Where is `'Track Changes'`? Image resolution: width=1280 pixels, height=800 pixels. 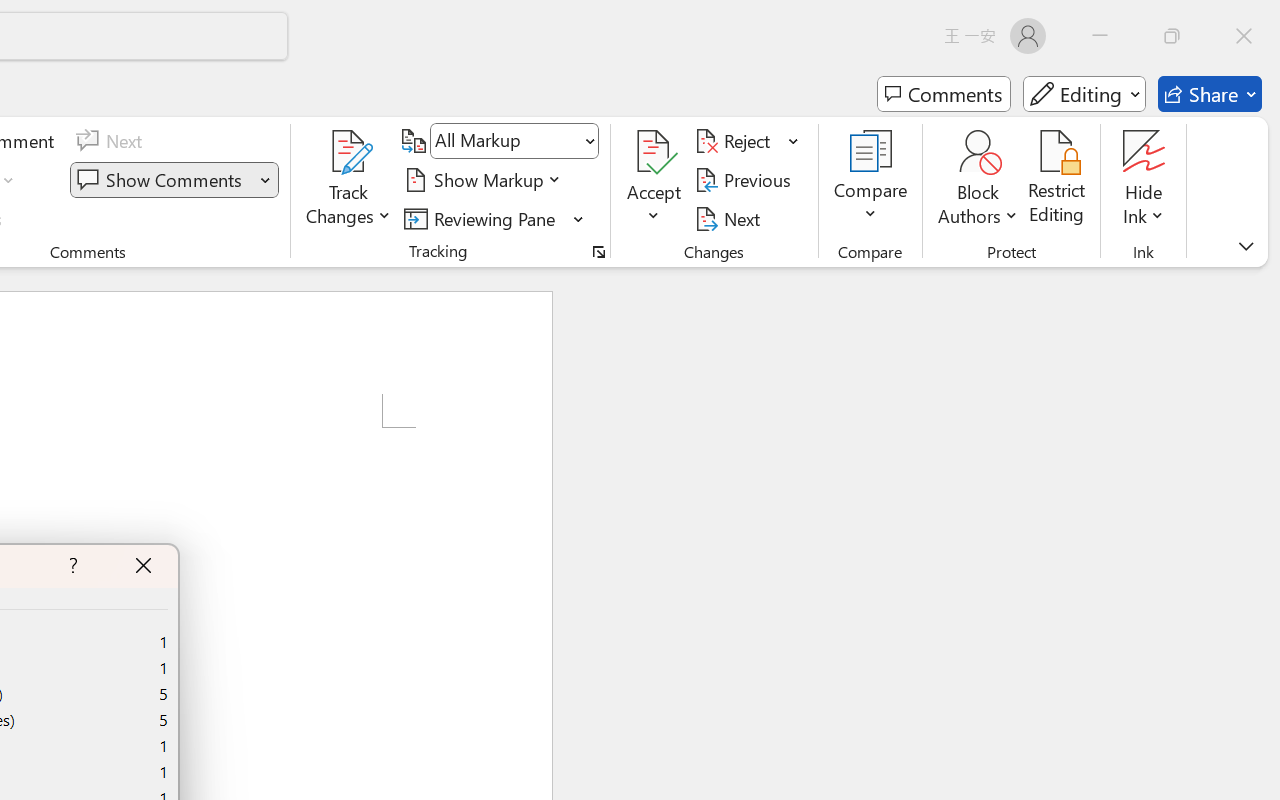
'Track Changes' is located at coordinates (349, 151).